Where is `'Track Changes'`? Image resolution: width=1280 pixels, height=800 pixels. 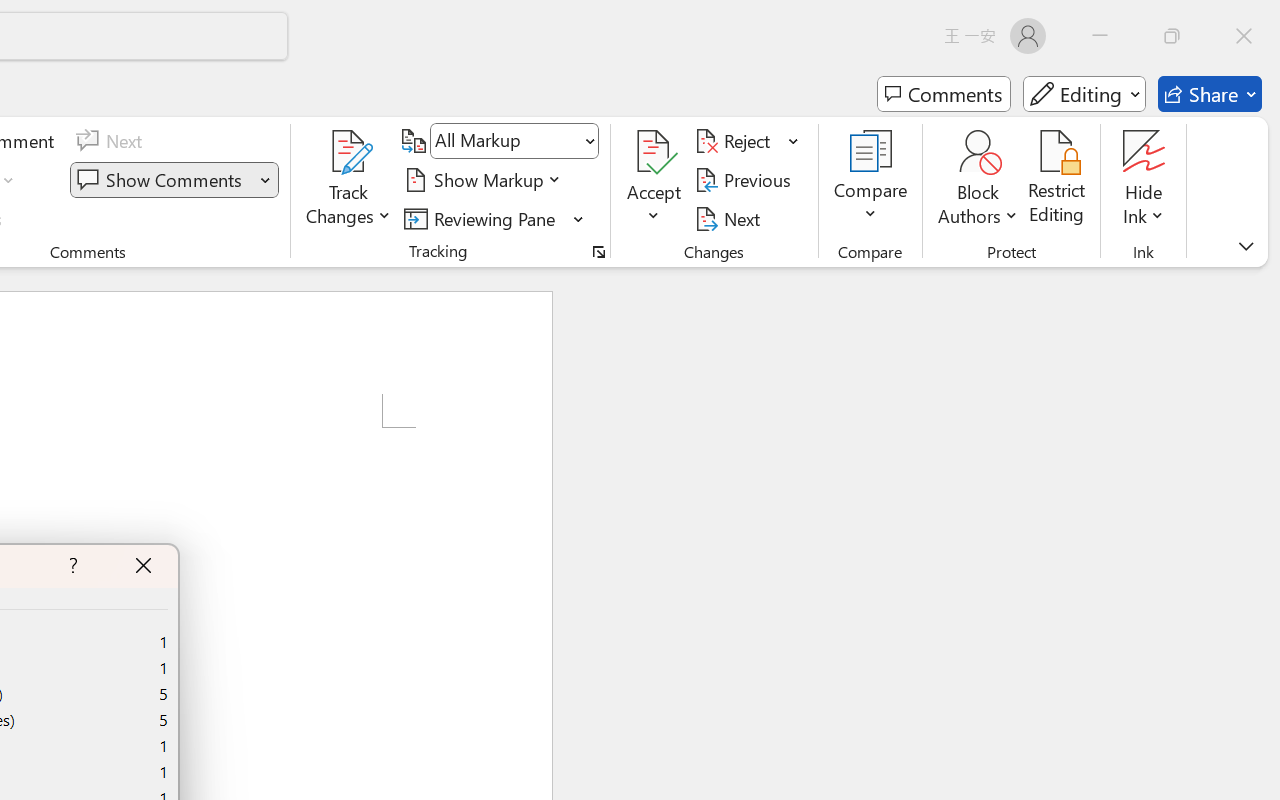
'Track Changes' is located at coordinates (349, 151).